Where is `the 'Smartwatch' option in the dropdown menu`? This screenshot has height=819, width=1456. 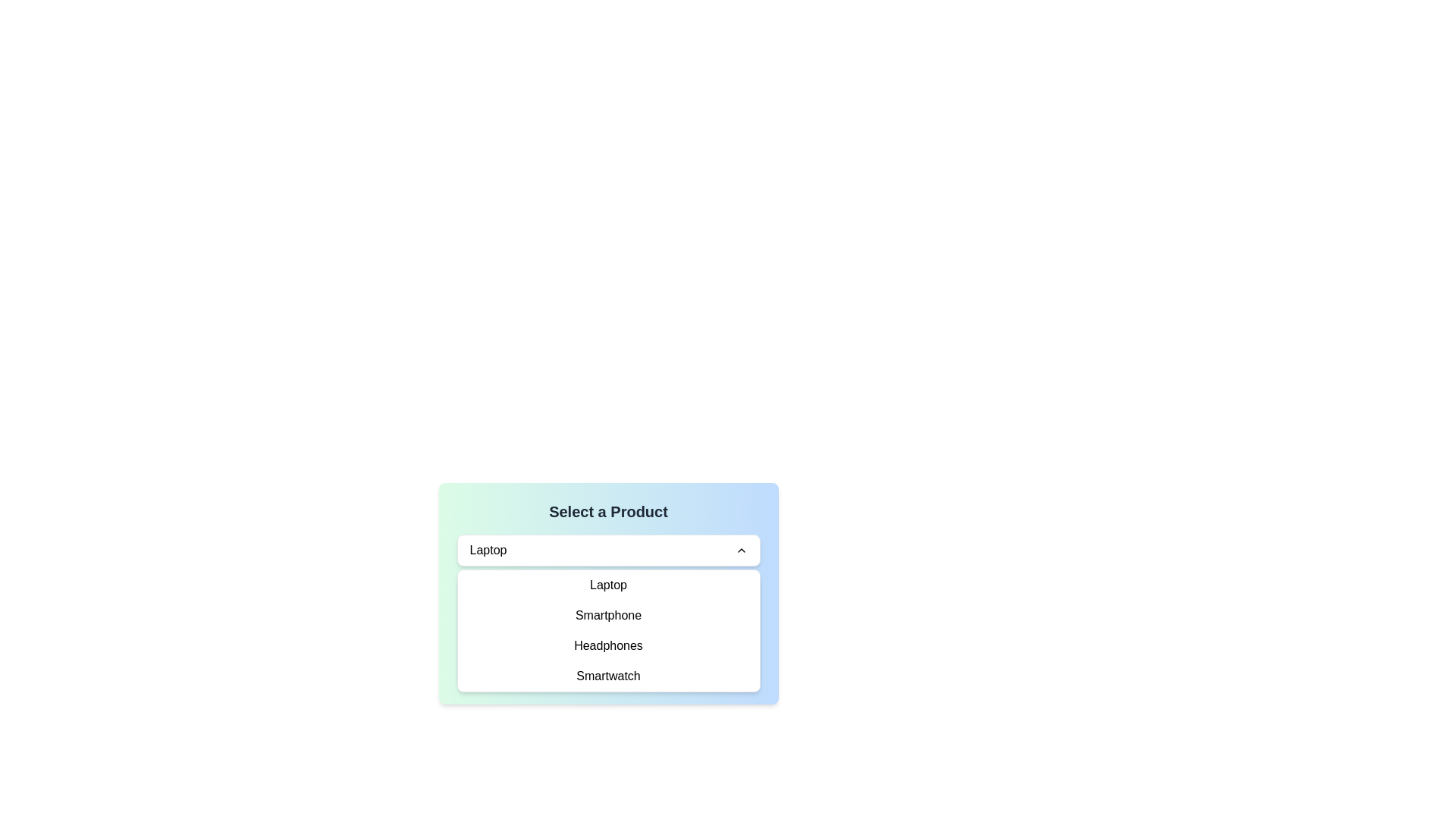
the 'Smartwatch' option in the dropdown menu is located at coordinates (608, 675).